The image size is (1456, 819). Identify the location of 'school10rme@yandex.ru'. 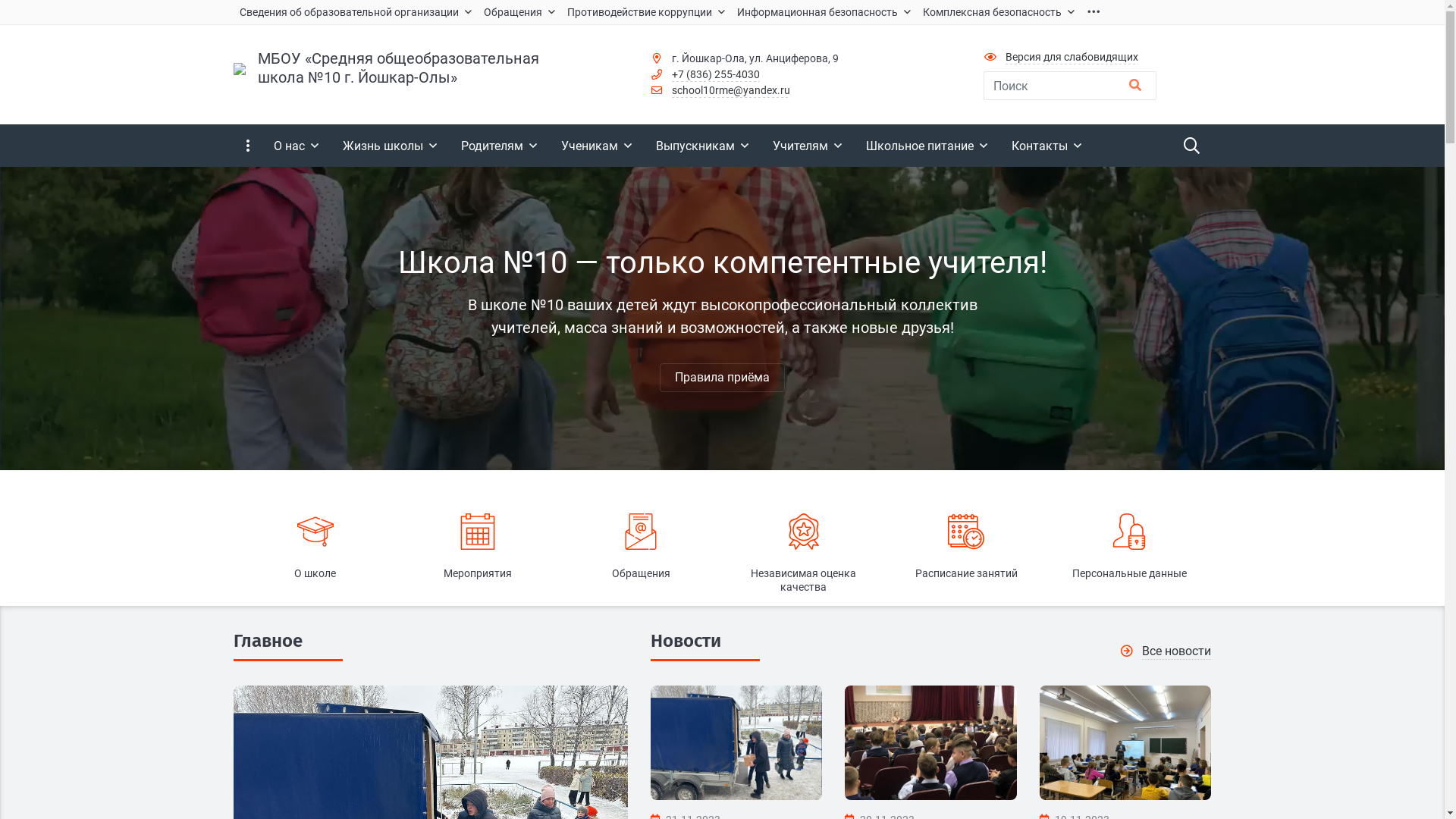
(671, 90).